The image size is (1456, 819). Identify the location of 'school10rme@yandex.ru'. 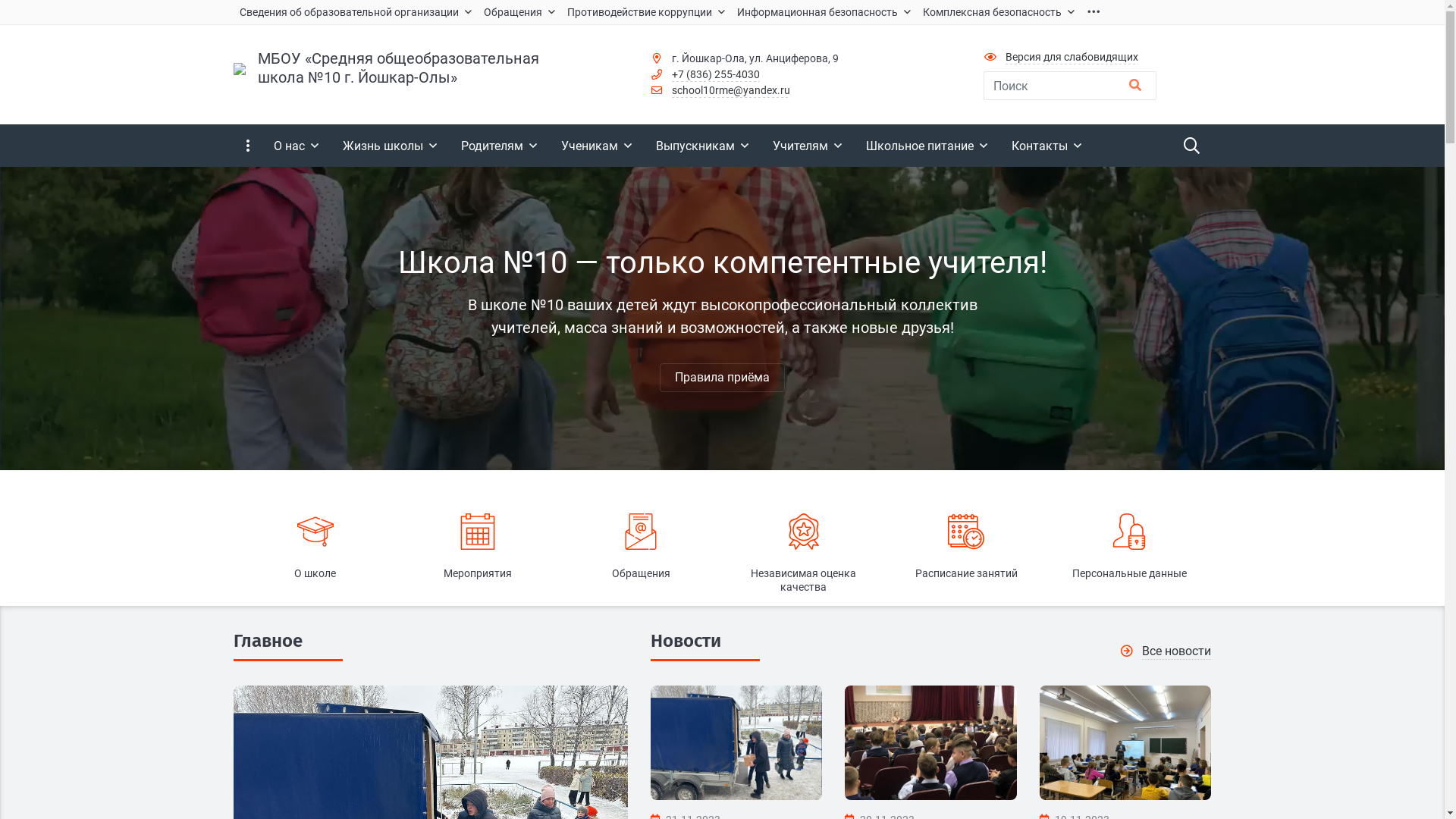
(671, 90).